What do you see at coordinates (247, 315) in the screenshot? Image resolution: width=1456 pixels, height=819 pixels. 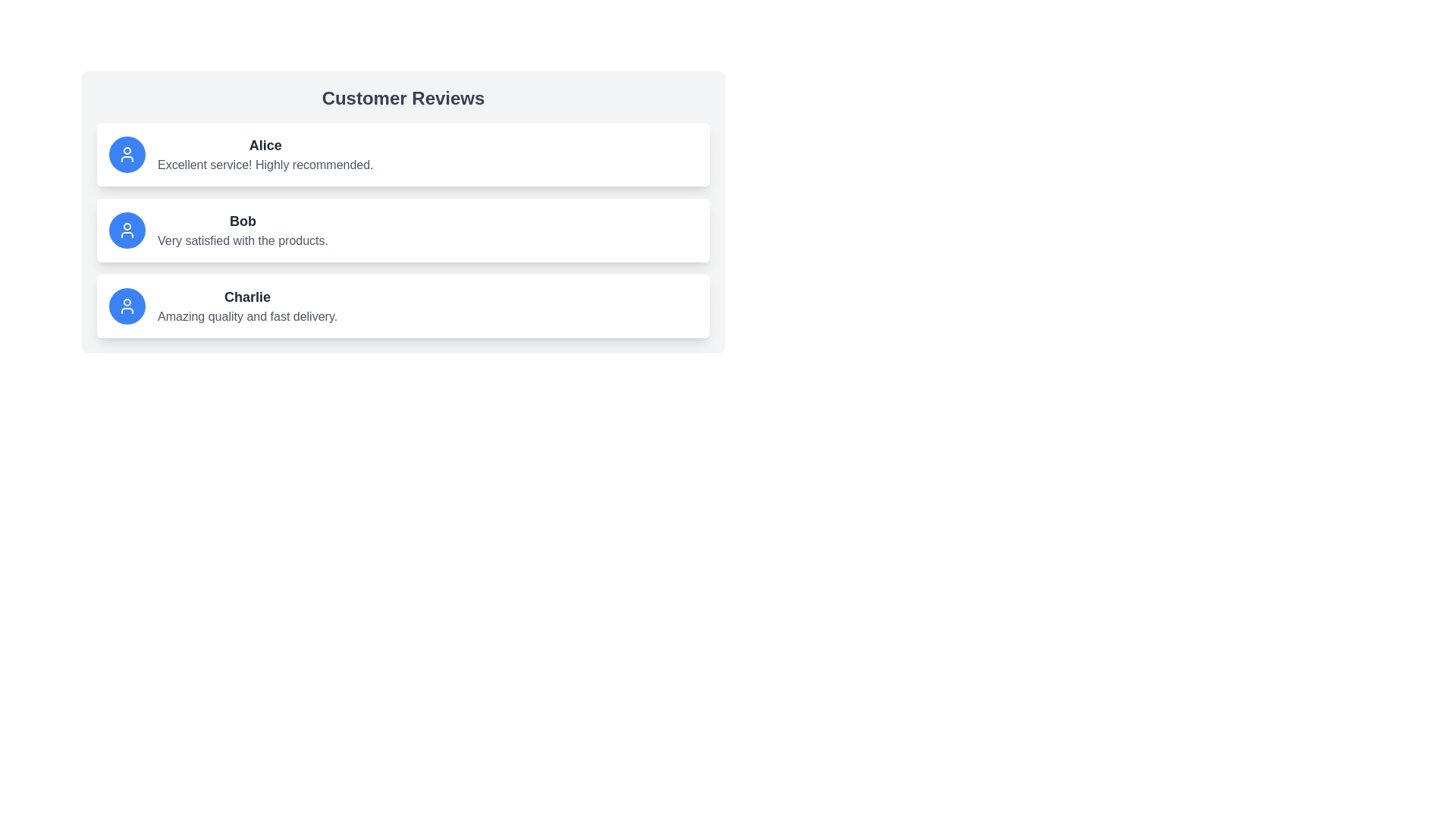 I see `the text block that states 'Amazing quality and fast delivery.' located in the review section by 'Charlie'` at bounding box center [247, 315].